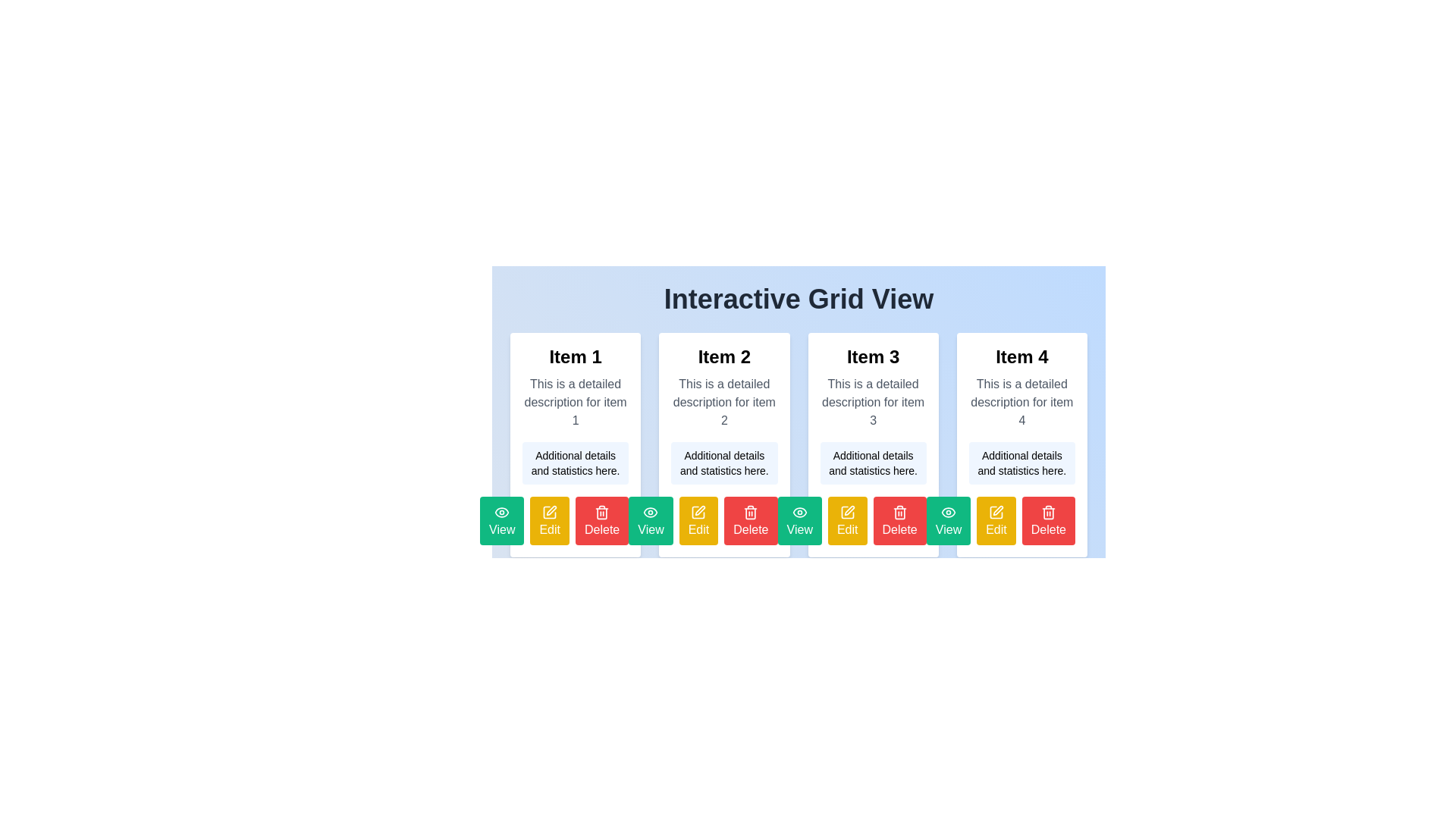  What do you see at coordinates (1047, 512) in the screenshot?
I see `the Trash Can icon located left of the 'Delete' label in the action bar for 'Item 3'` at bounding box center [1047, 512].